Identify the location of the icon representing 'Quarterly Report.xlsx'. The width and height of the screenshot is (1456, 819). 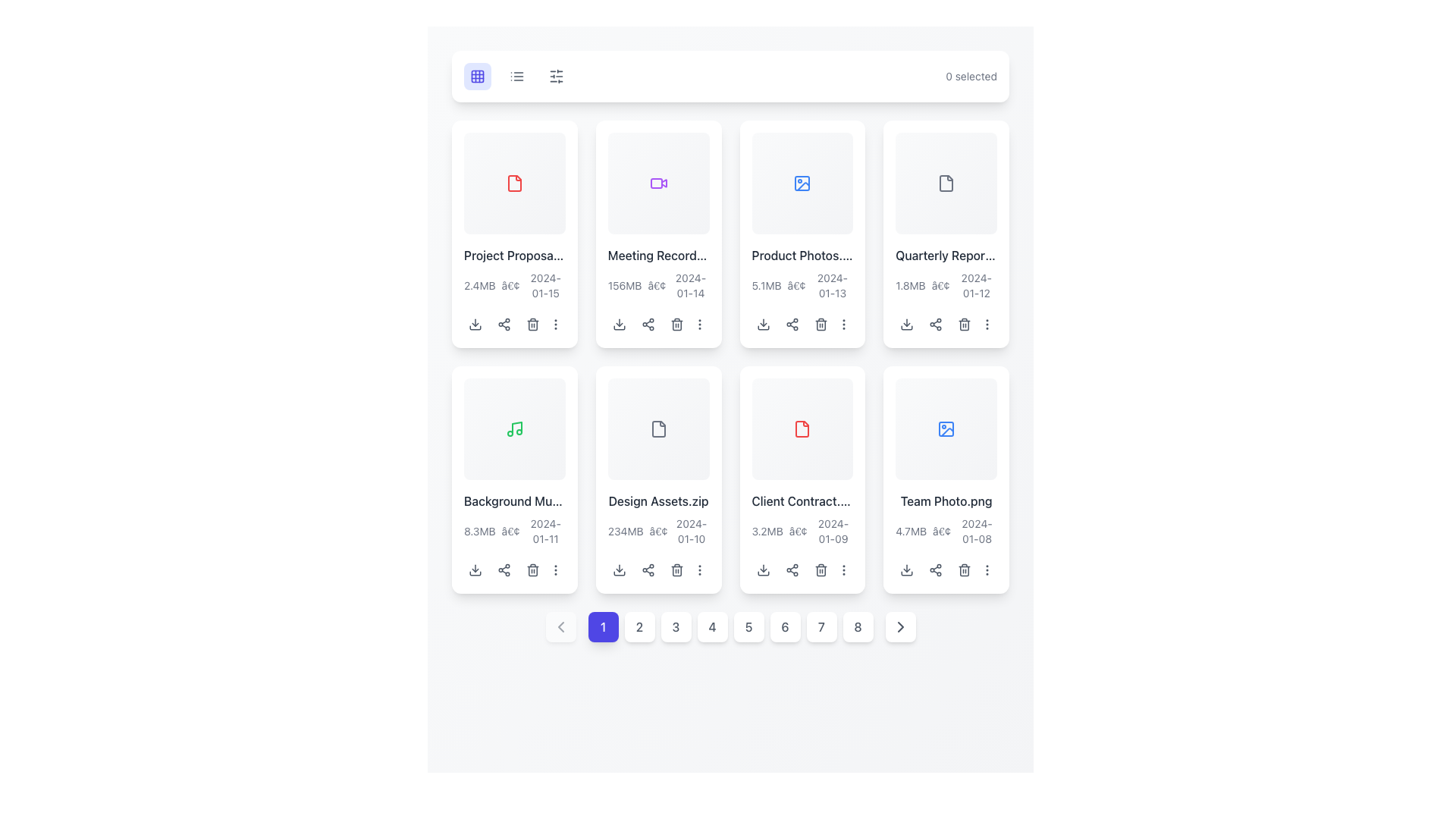
(946, 182).